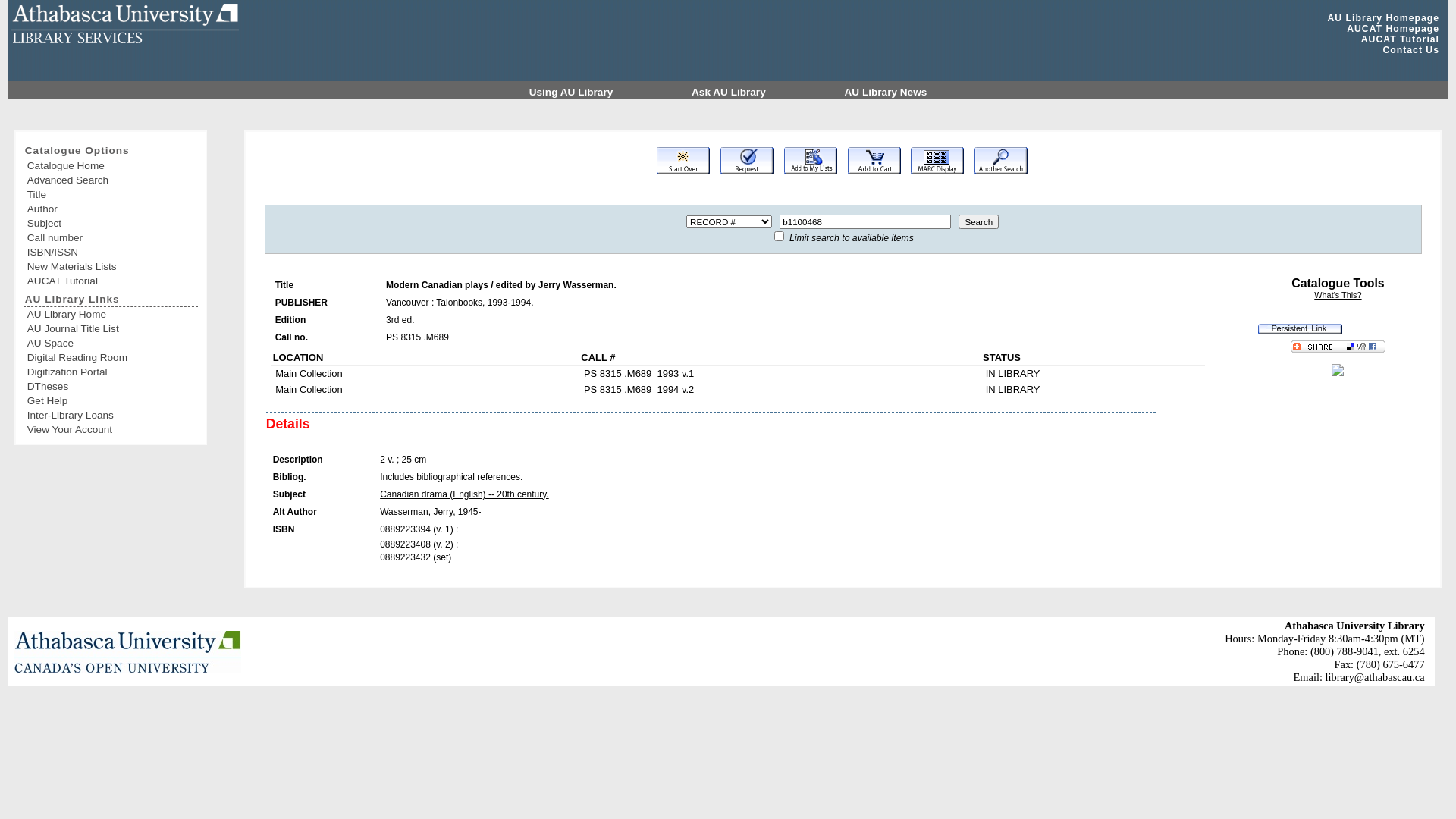  I want to click on 'Digital Reading Room', so click(111, 357).